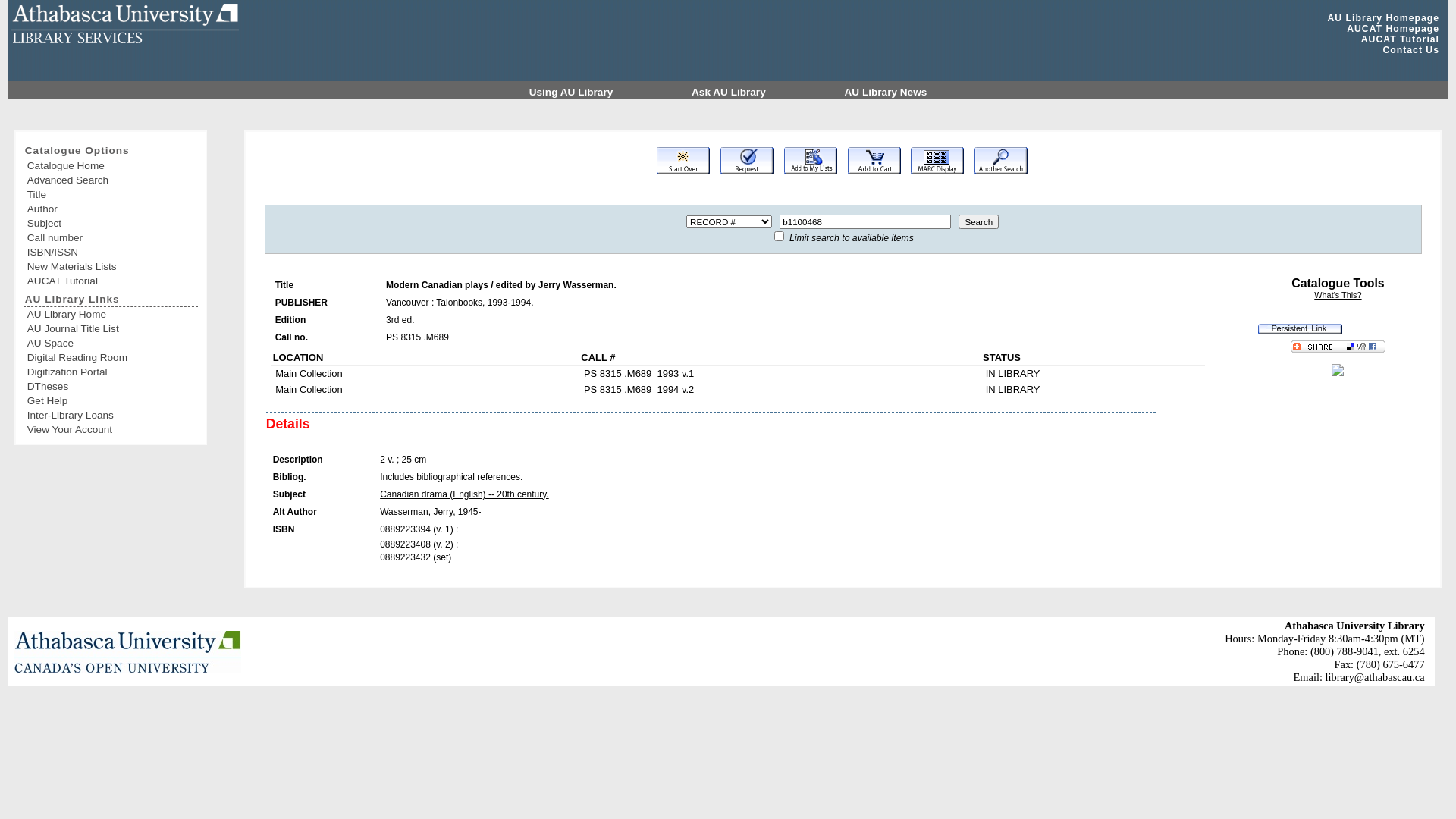  I want to click on 'Digital Reading Room', so click(111, 357).